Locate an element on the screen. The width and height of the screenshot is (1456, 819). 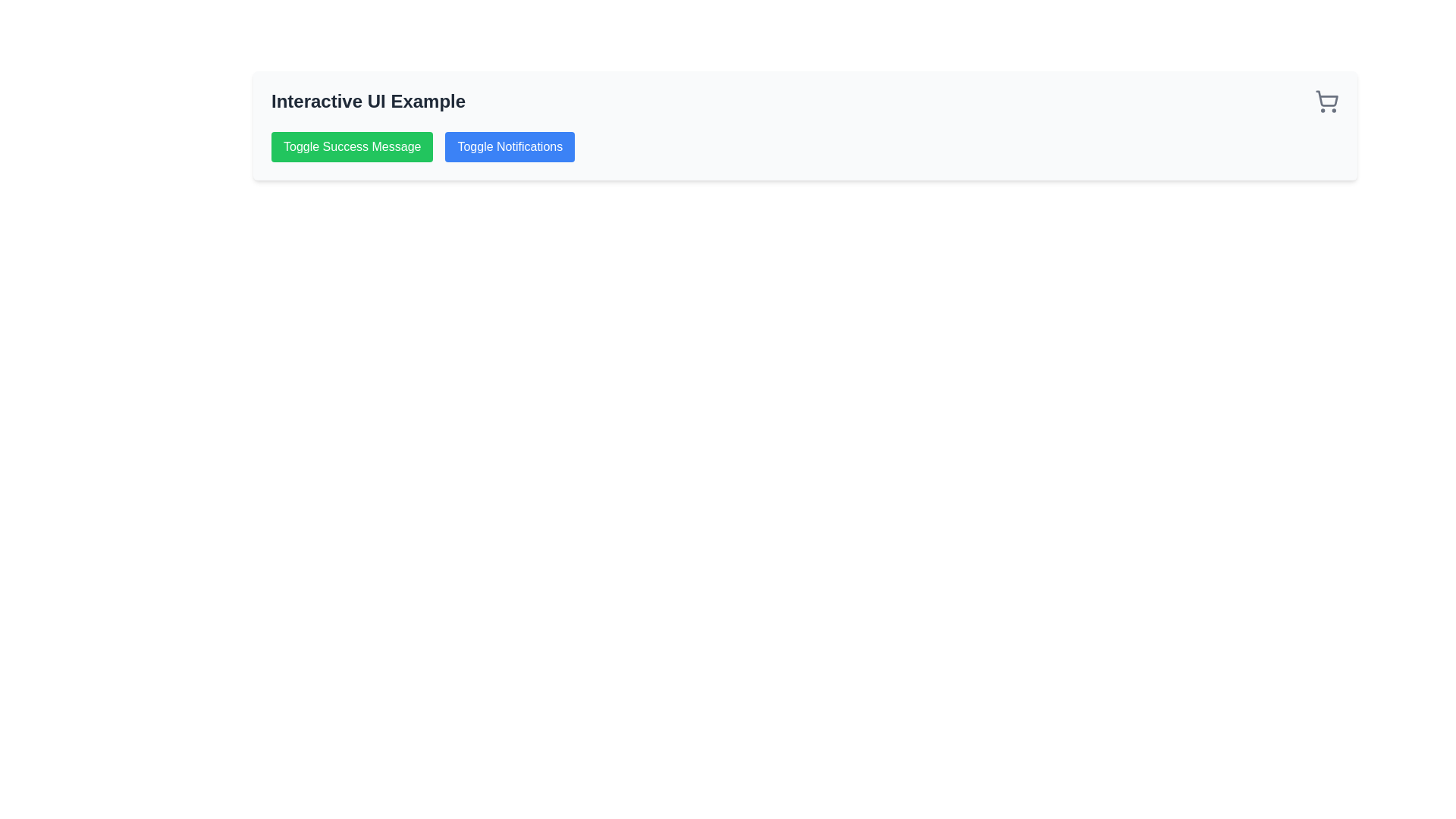
the Shopping Cart icon located in the top-right corner of the interface, which is characterized by its lower rectangular portion and upper angled handle is located at coordinates (1326, 99).